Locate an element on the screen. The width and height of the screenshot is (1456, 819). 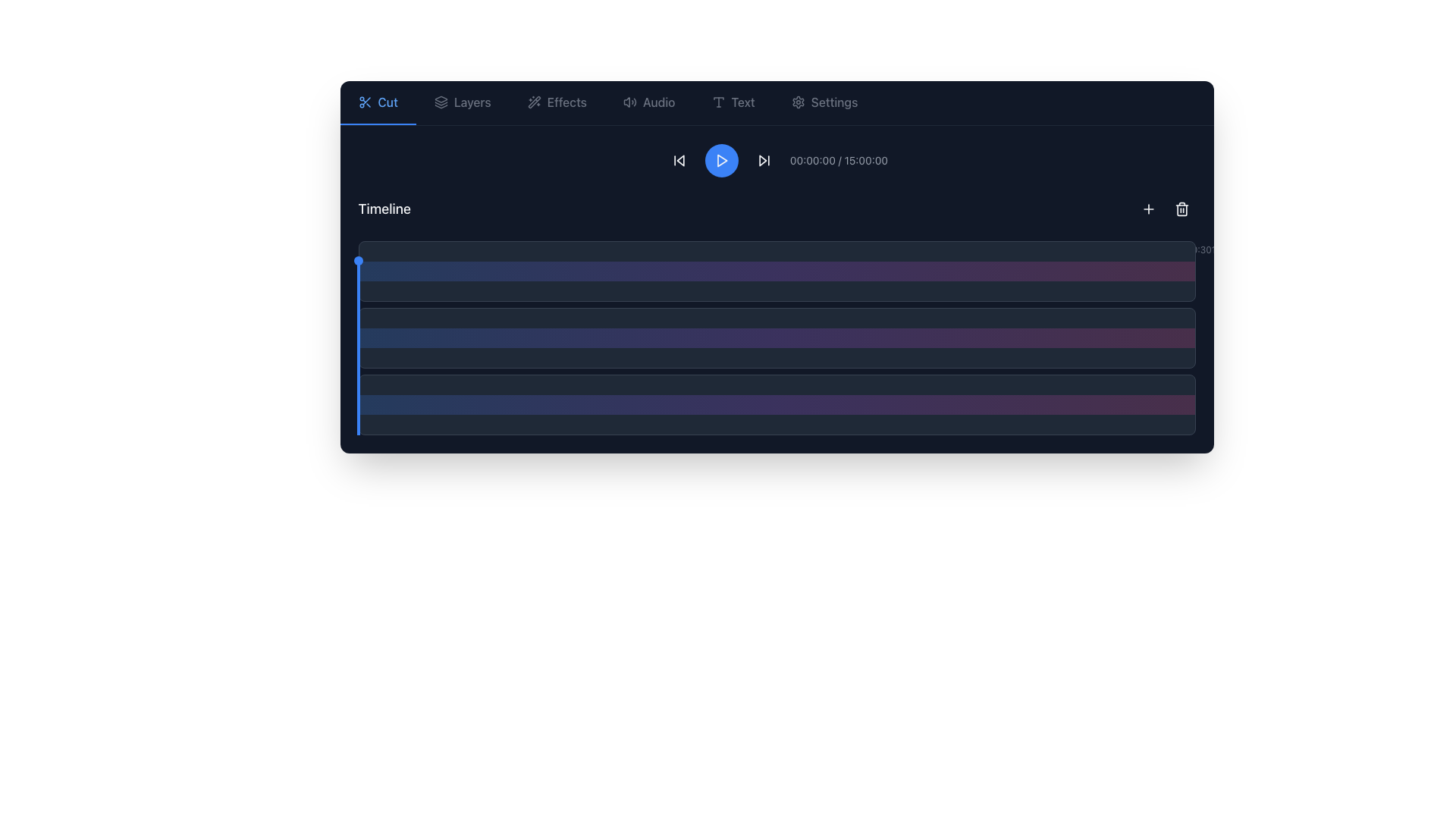
the button is located at coordinates (461, 102).